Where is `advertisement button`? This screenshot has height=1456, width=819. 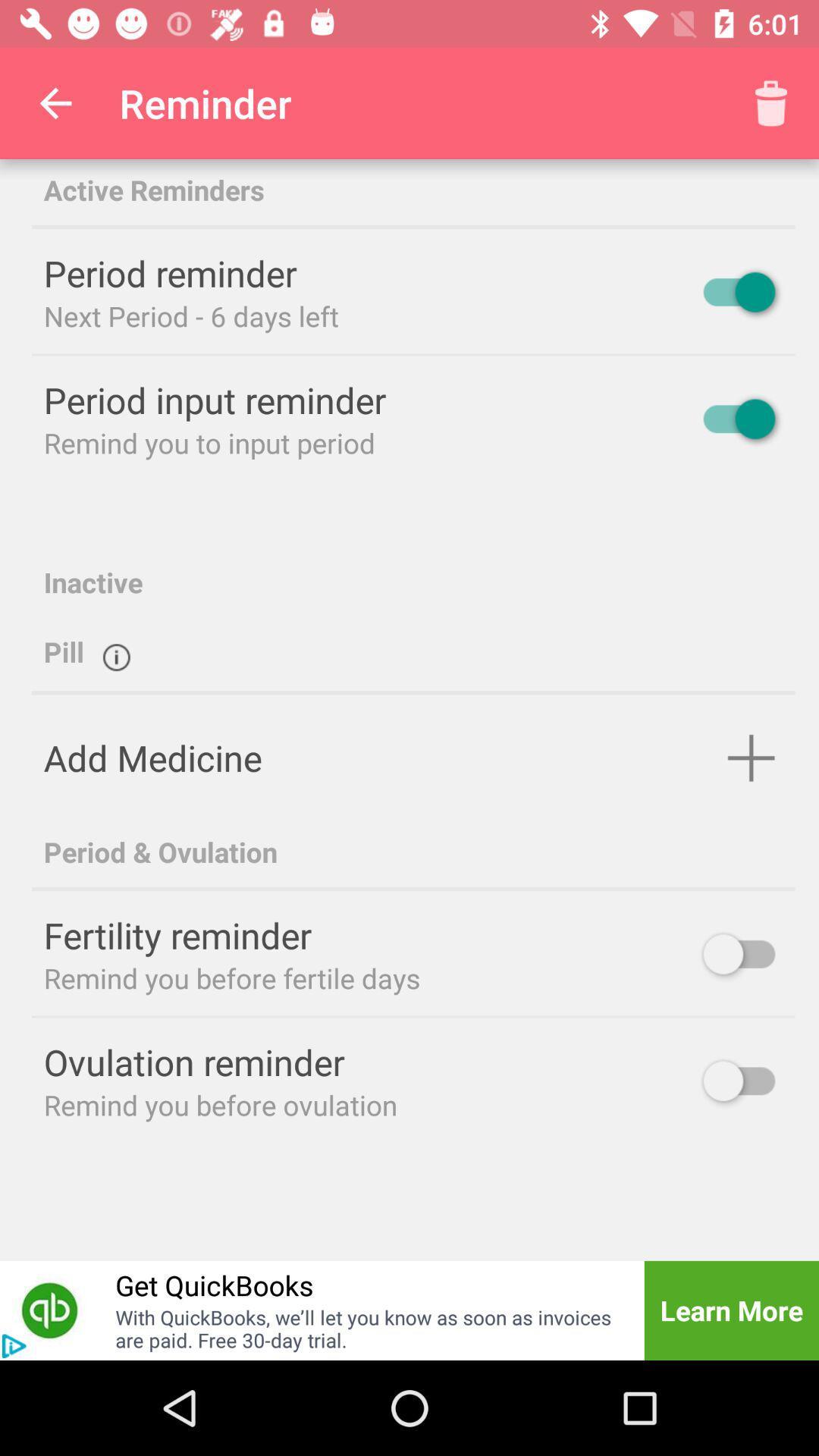 advertisement button is located at coordinates (14, 1346).